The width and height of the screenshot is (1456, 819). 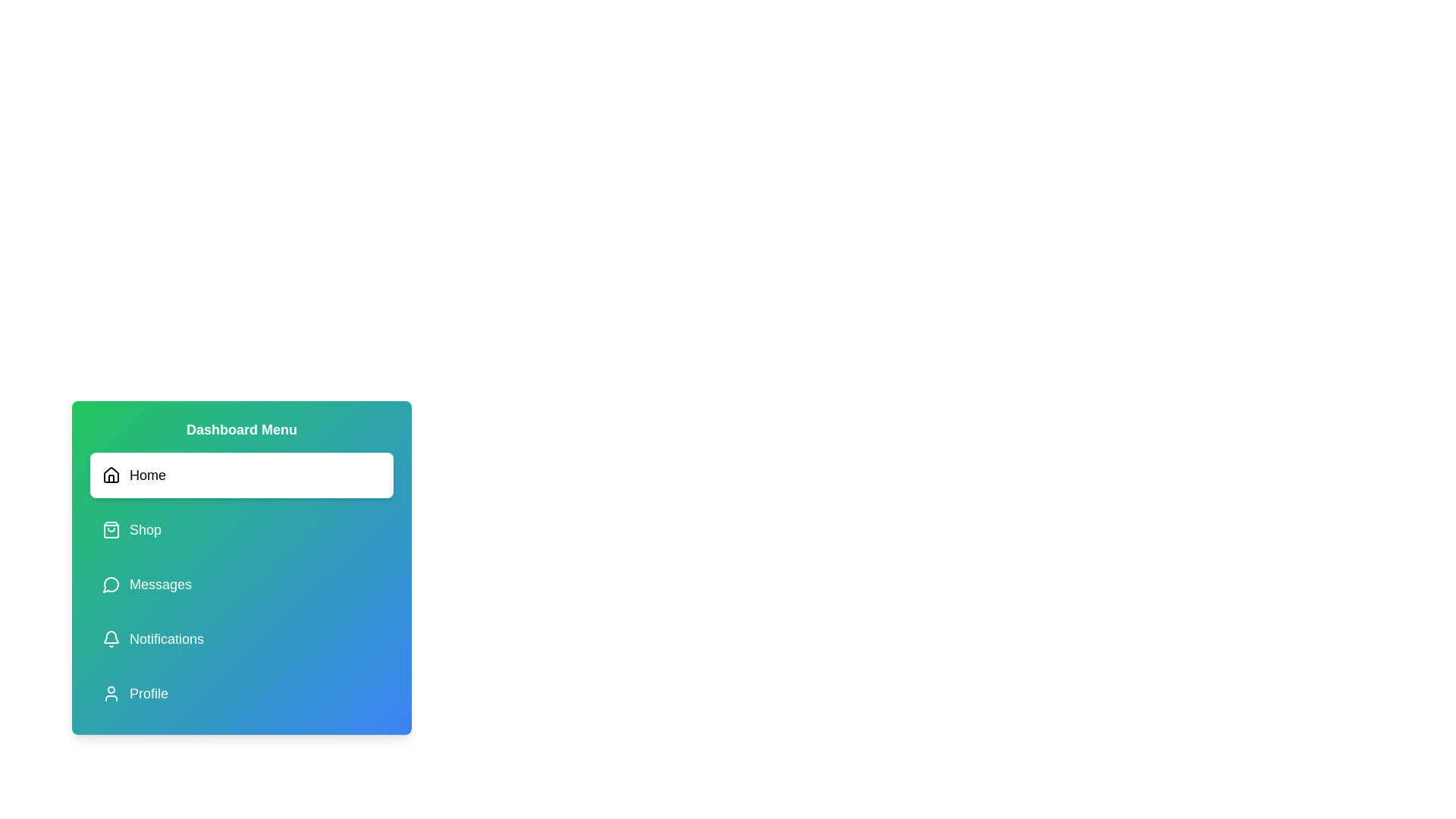 I want to click on the menu item corresponding to Profile to view its icon, so click(x=240, y=693).